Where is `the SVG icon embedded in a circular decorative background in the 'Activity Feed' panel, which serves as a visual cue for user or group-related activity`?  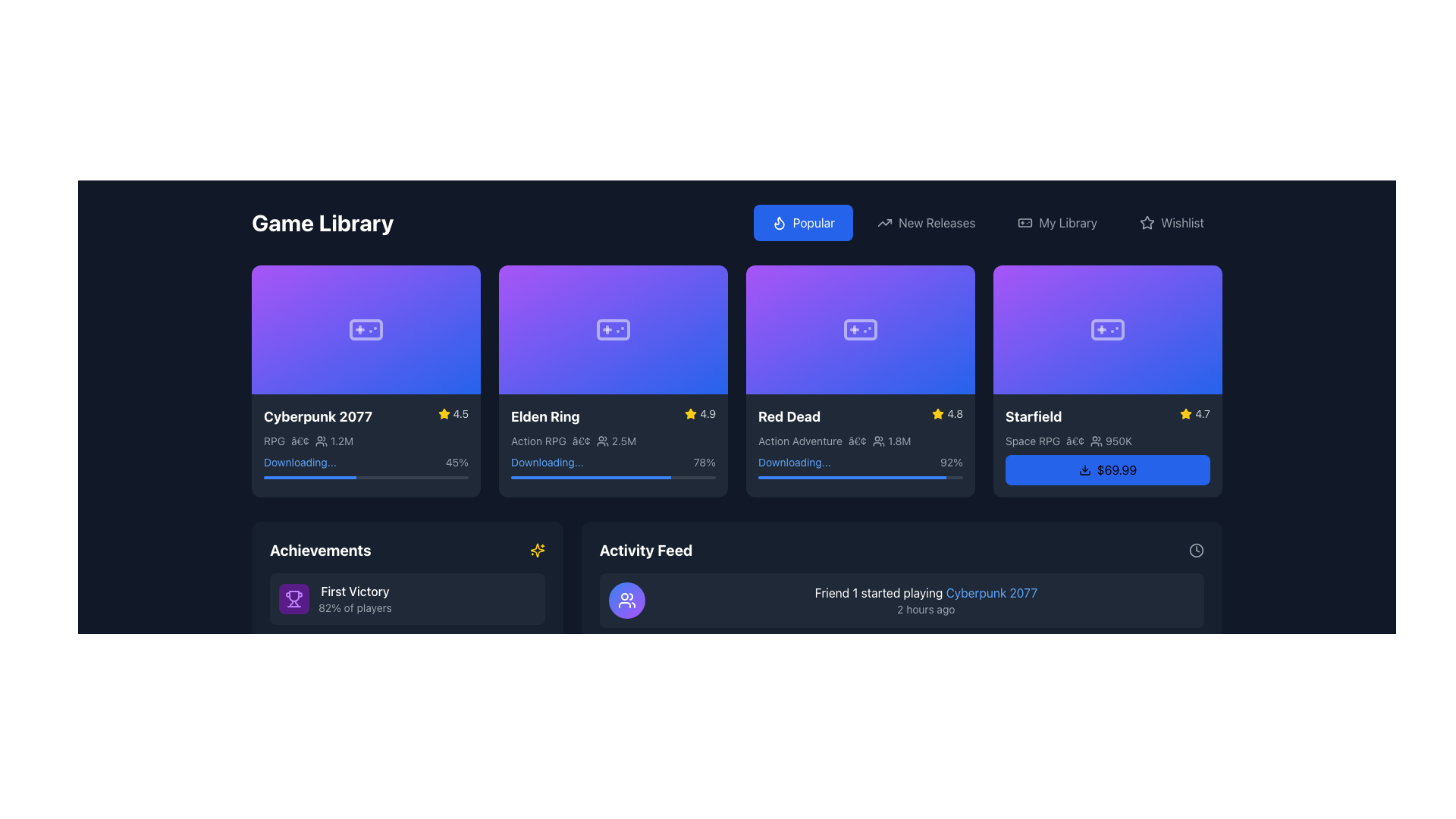
the SVG icon embedded in a circular decorative background in the 'Activity Feed' panel, which serves as a visual cue for user or group-related activity is located at coordinates (626, 599).